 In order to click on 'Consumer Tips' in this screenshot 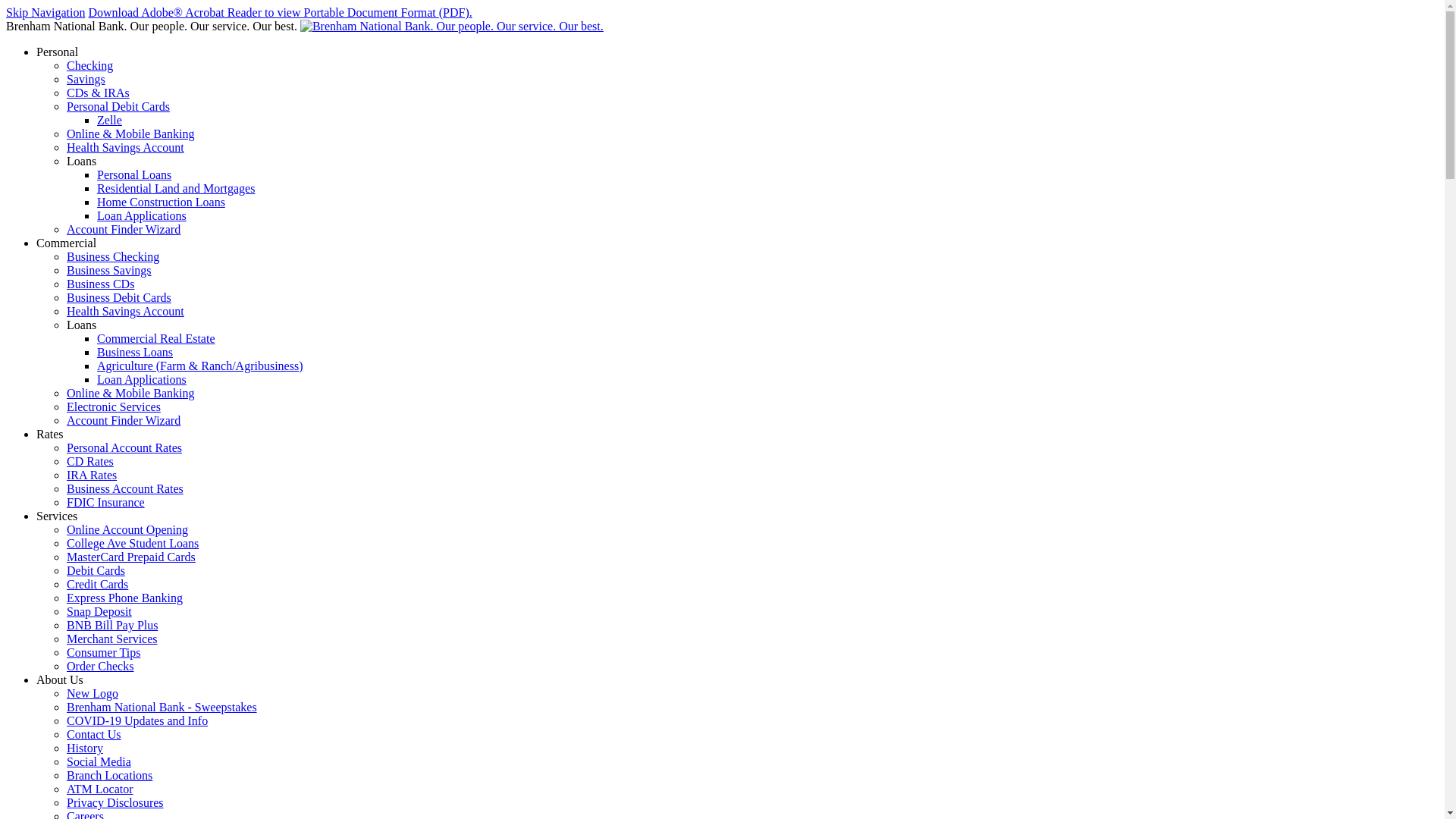, I will do `click(65, 651)`.